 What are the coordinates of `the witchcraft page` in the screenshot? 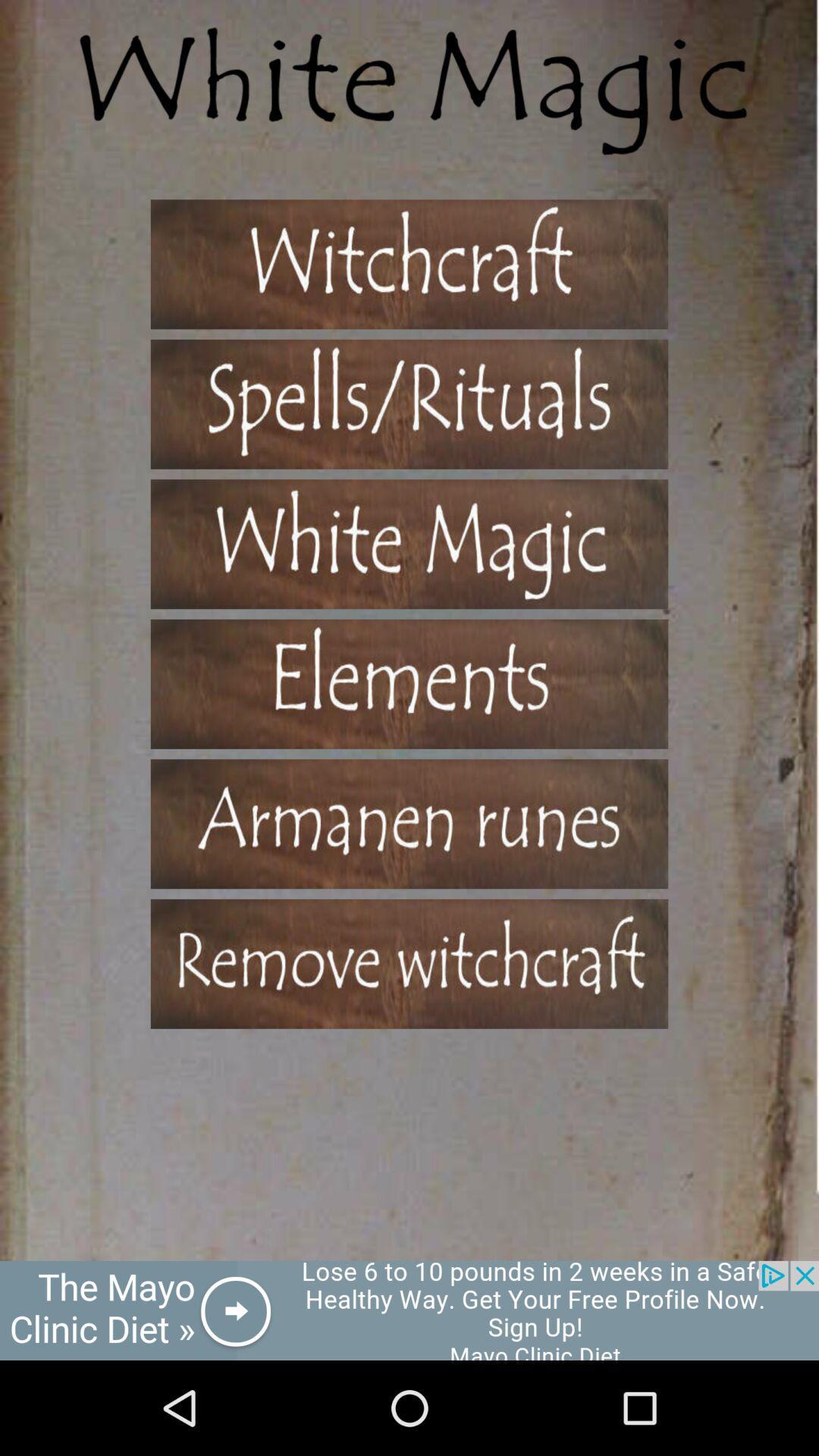 It's located at (409, 264).